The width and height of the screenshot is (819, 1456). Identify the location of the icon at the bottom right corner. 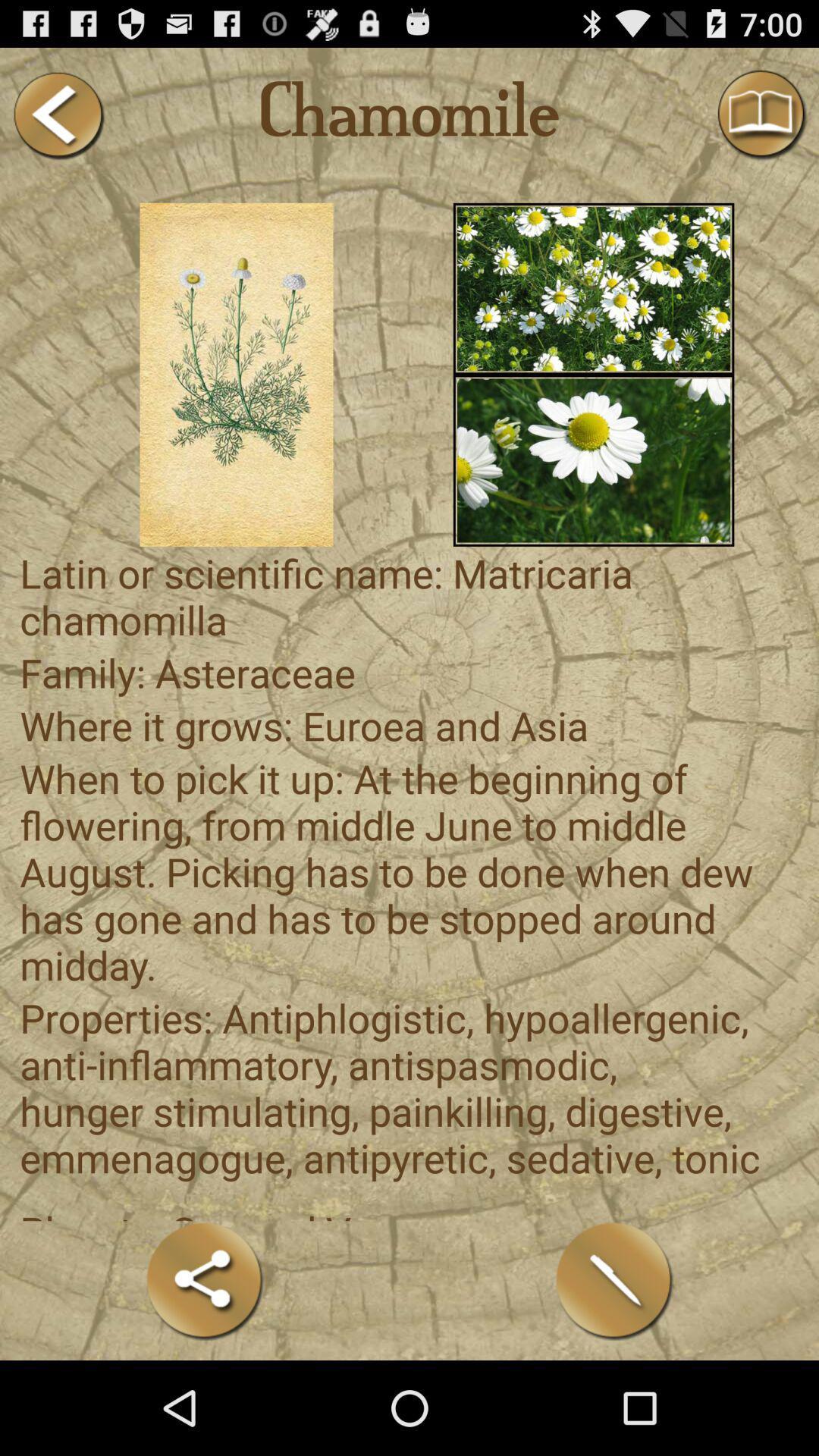
(614, 1280).